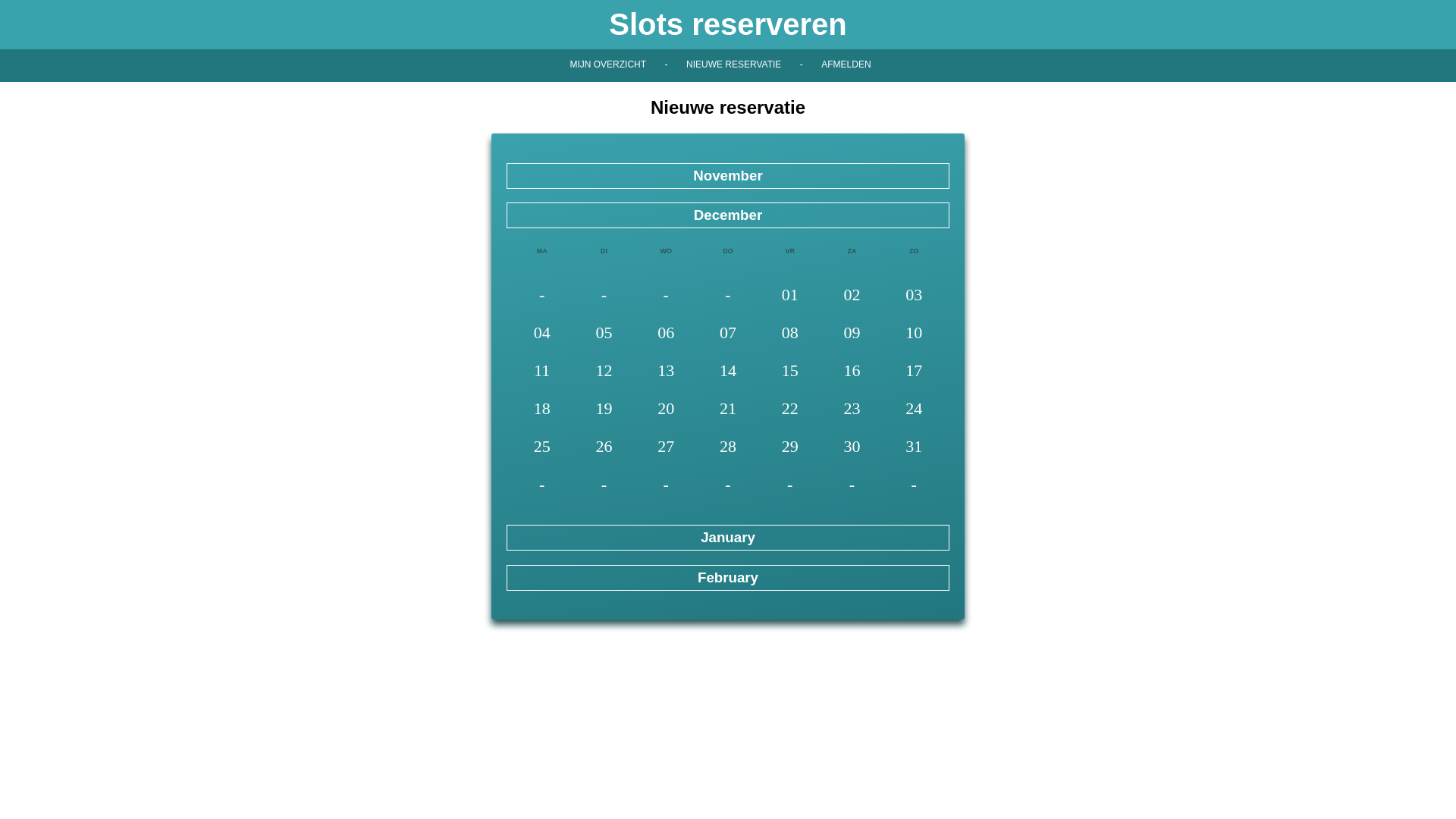 The image size is (1456, 819). I want to click on '12', so click(603, 372).